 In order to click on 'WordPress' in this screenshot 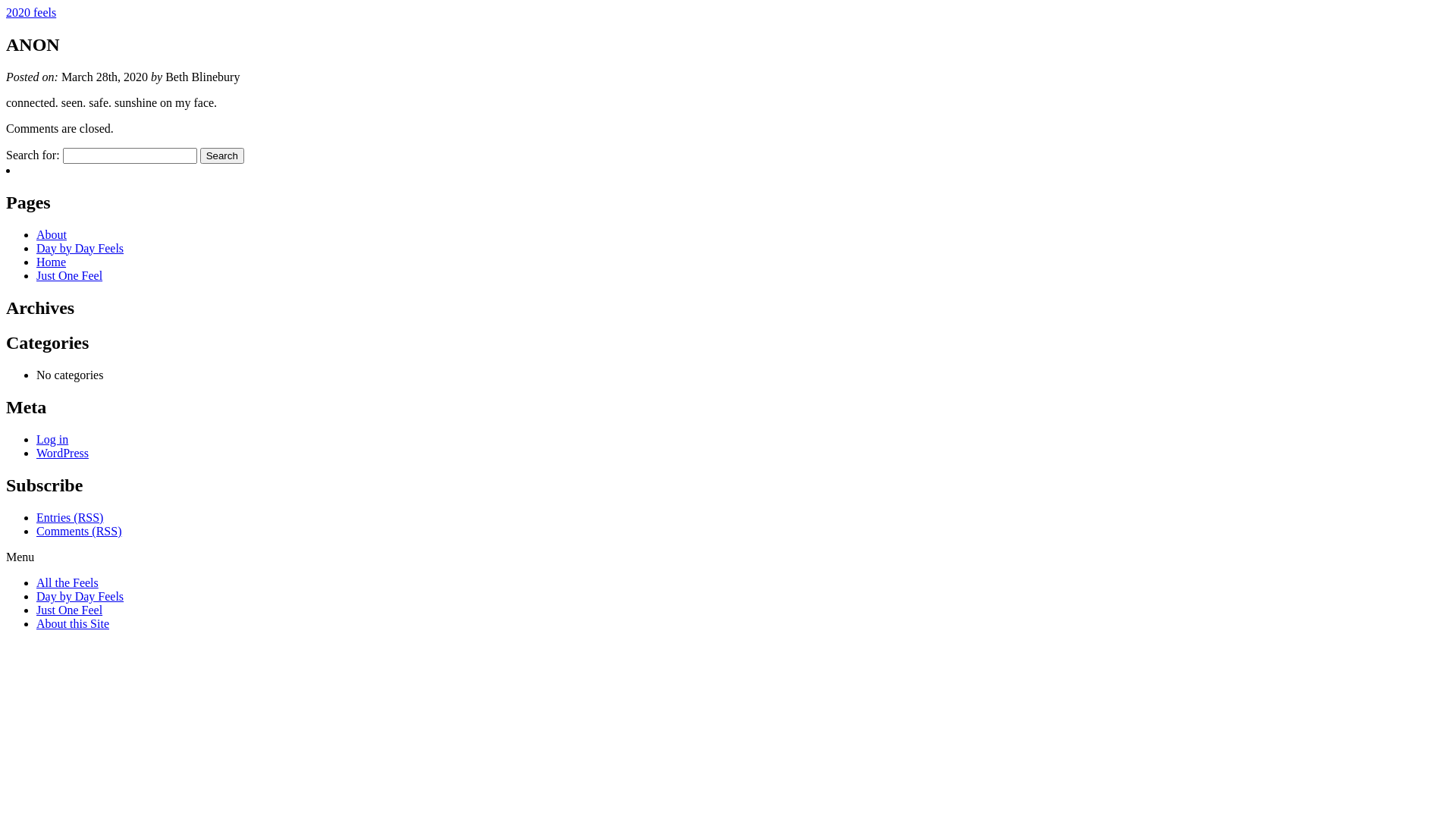, I will do `click(61, 452)`.